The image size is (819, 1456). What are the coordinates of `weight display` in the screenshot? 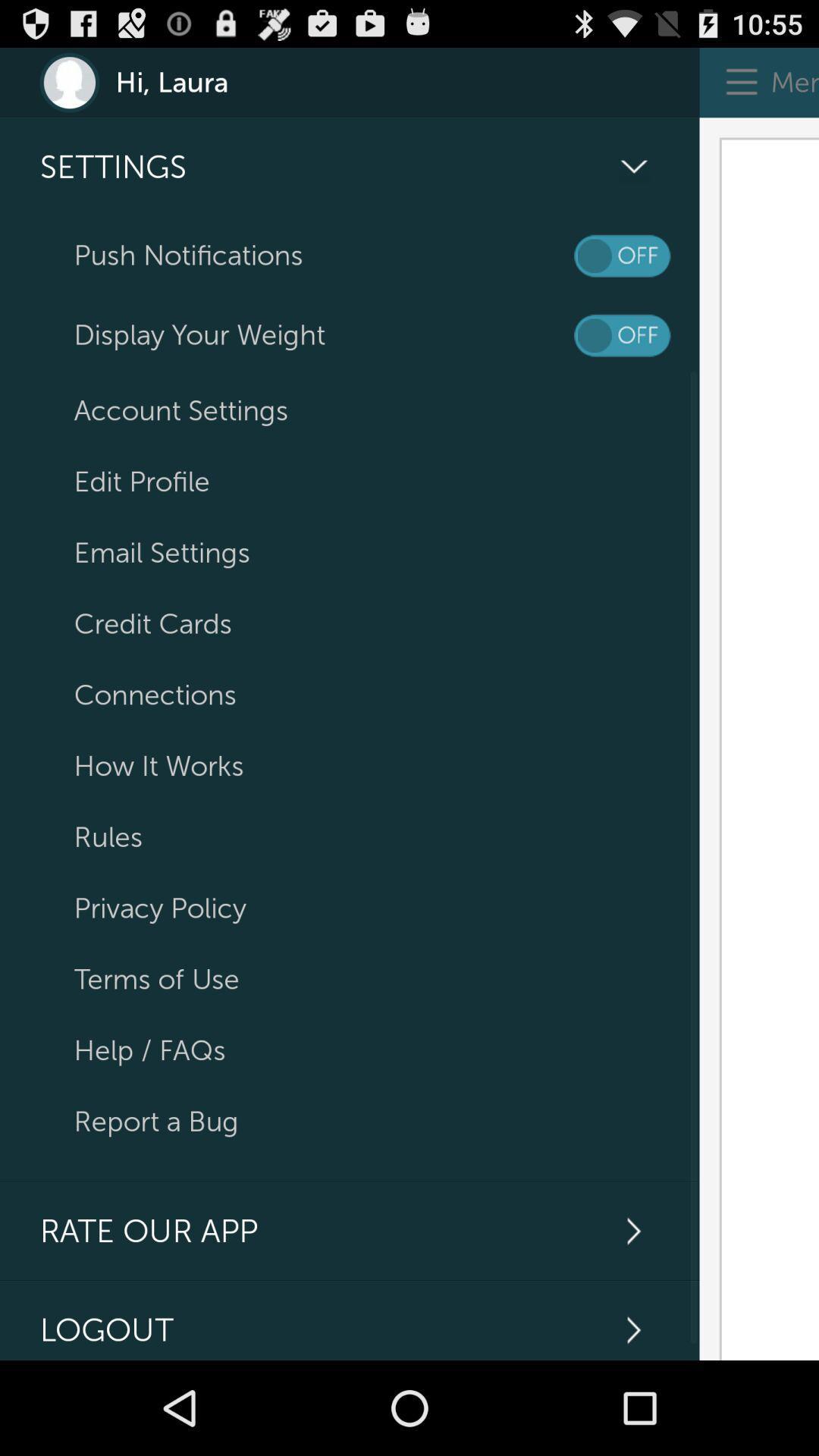 It's located at (622, 334).